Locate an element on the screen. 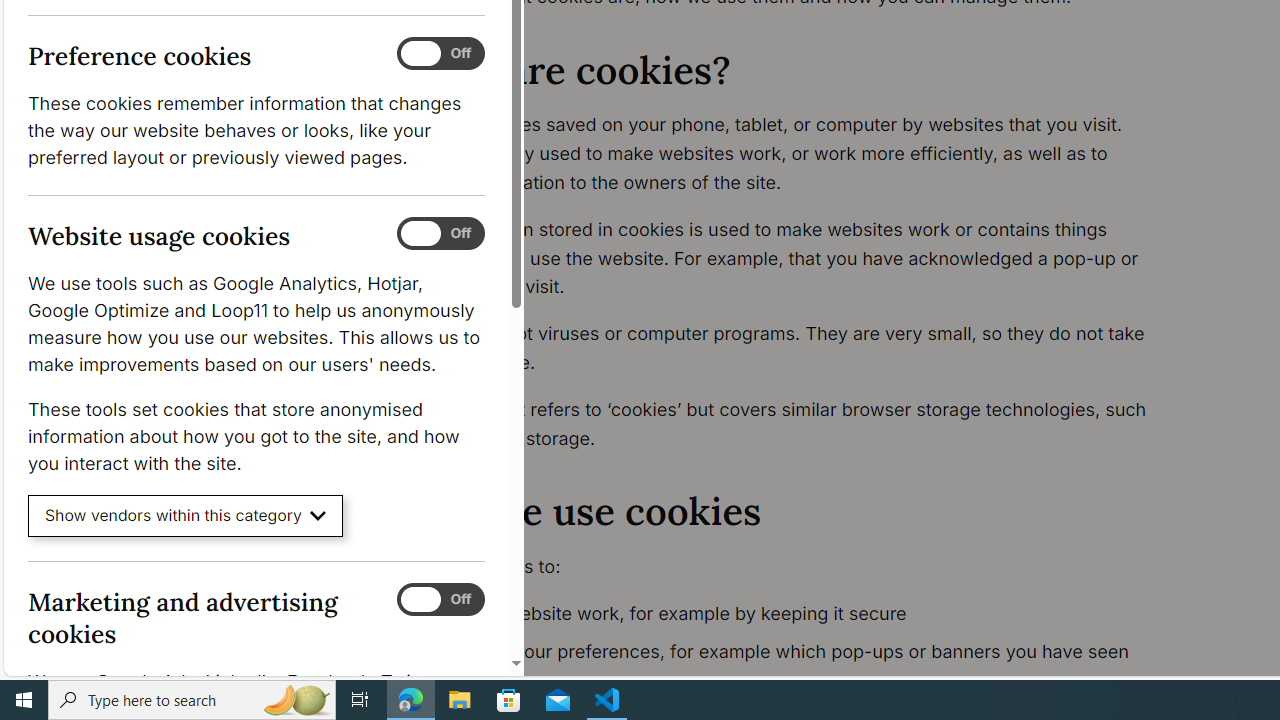 The image size is (1280, 720). 'Show vendors within this category' is located at coordinates (185, 515).